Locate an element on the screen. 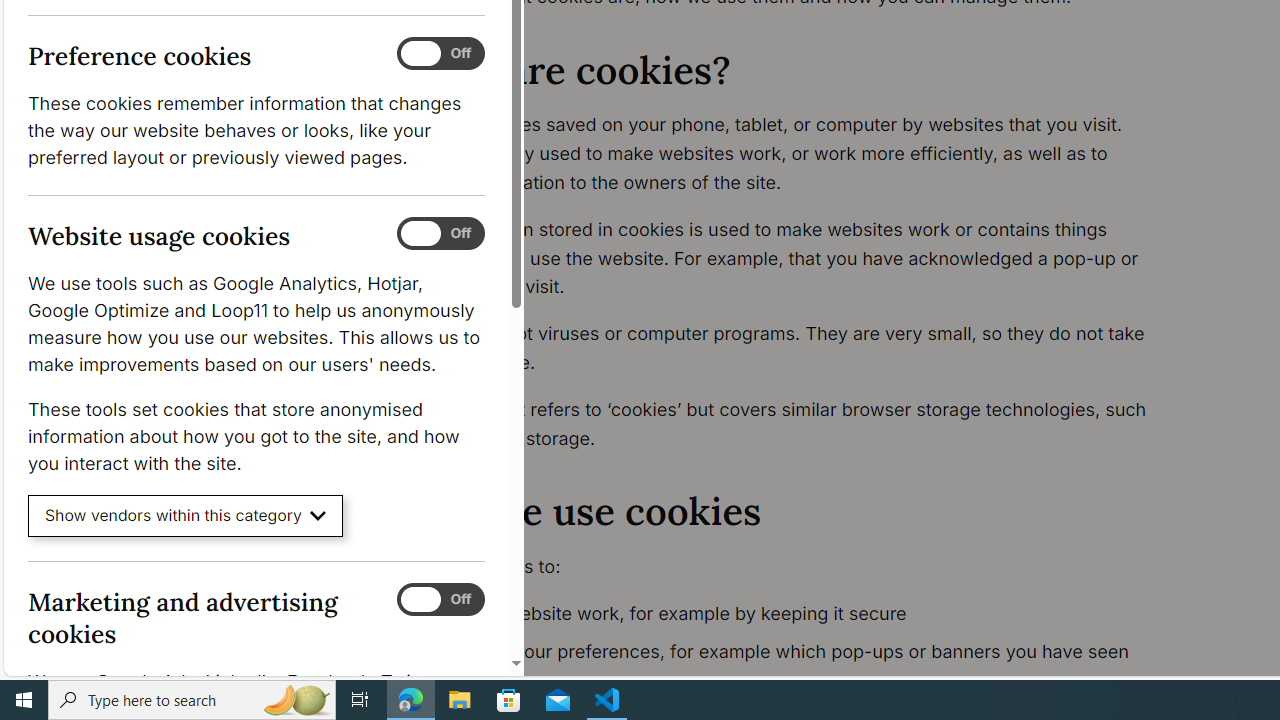 The image size is (1280, 720). 'Show vendors within this category' is located at coordinates (185, 515).